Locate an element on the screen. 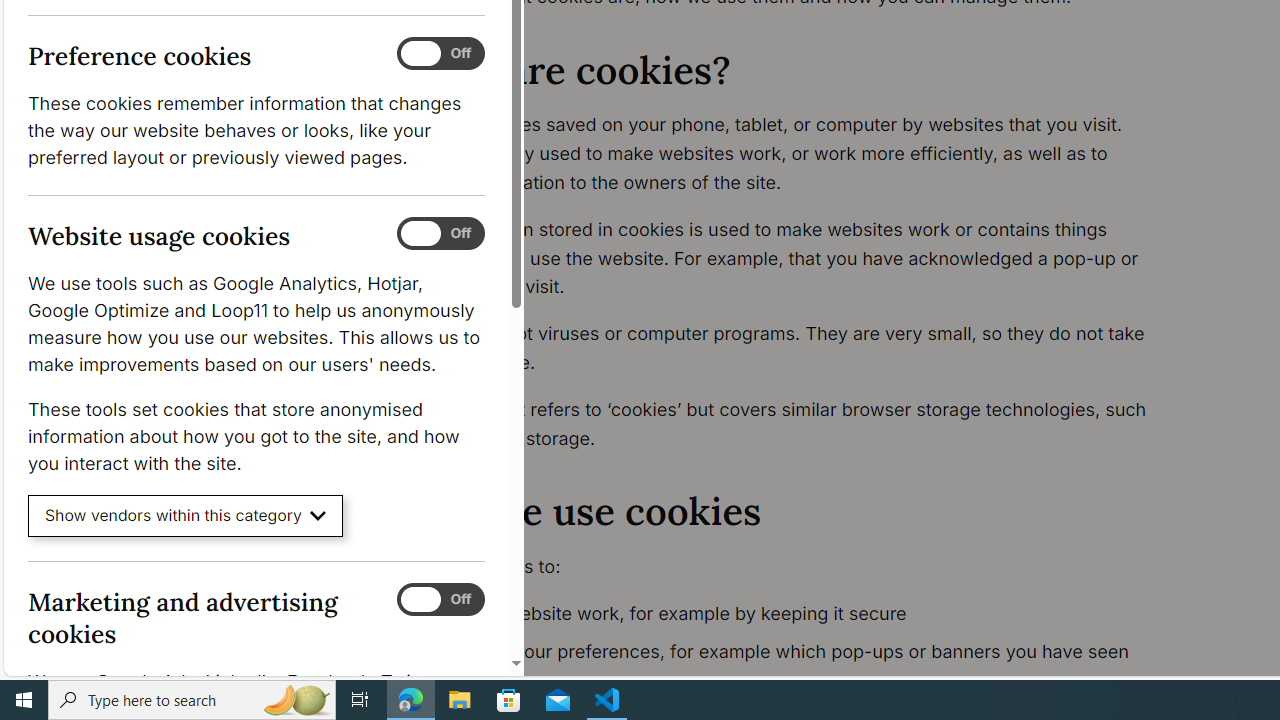 The image size is (1280, 720). 'Show vendors within this category' is located at coordinates (185, 515).